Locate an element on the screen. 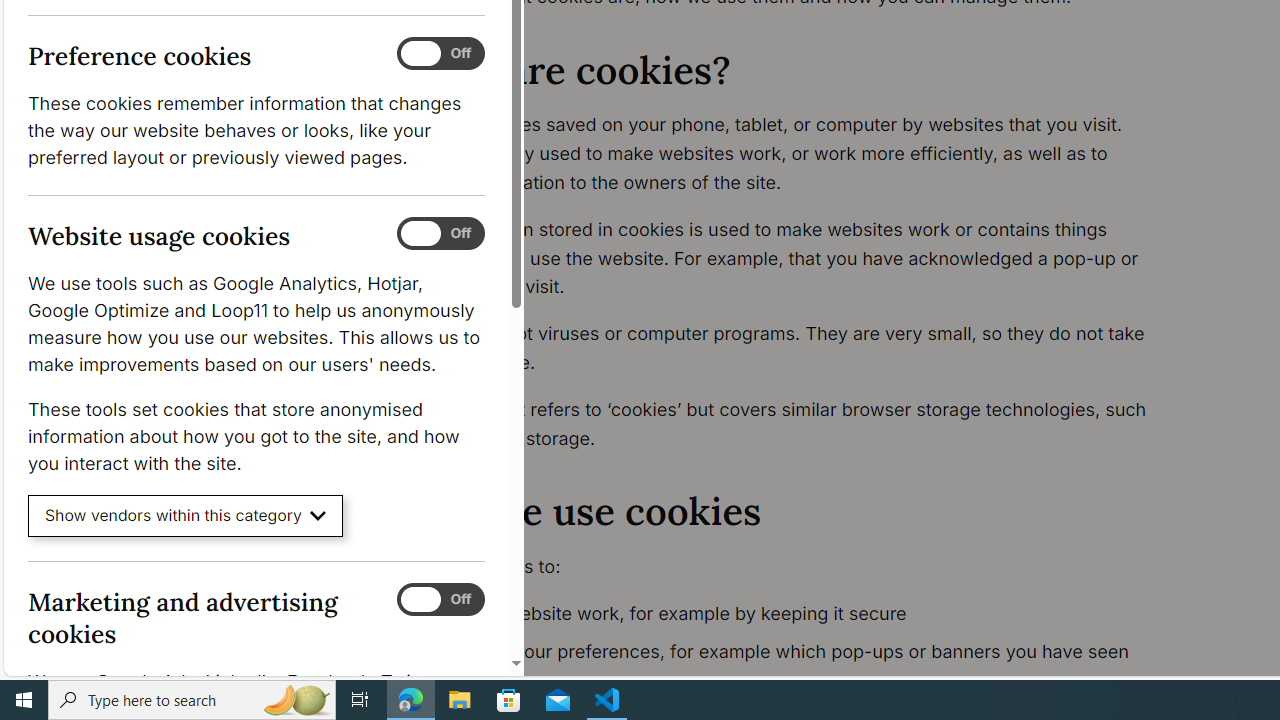 The image size is (1280, 720). 'Show vendors within this category' is located at coordinates (185, 515).